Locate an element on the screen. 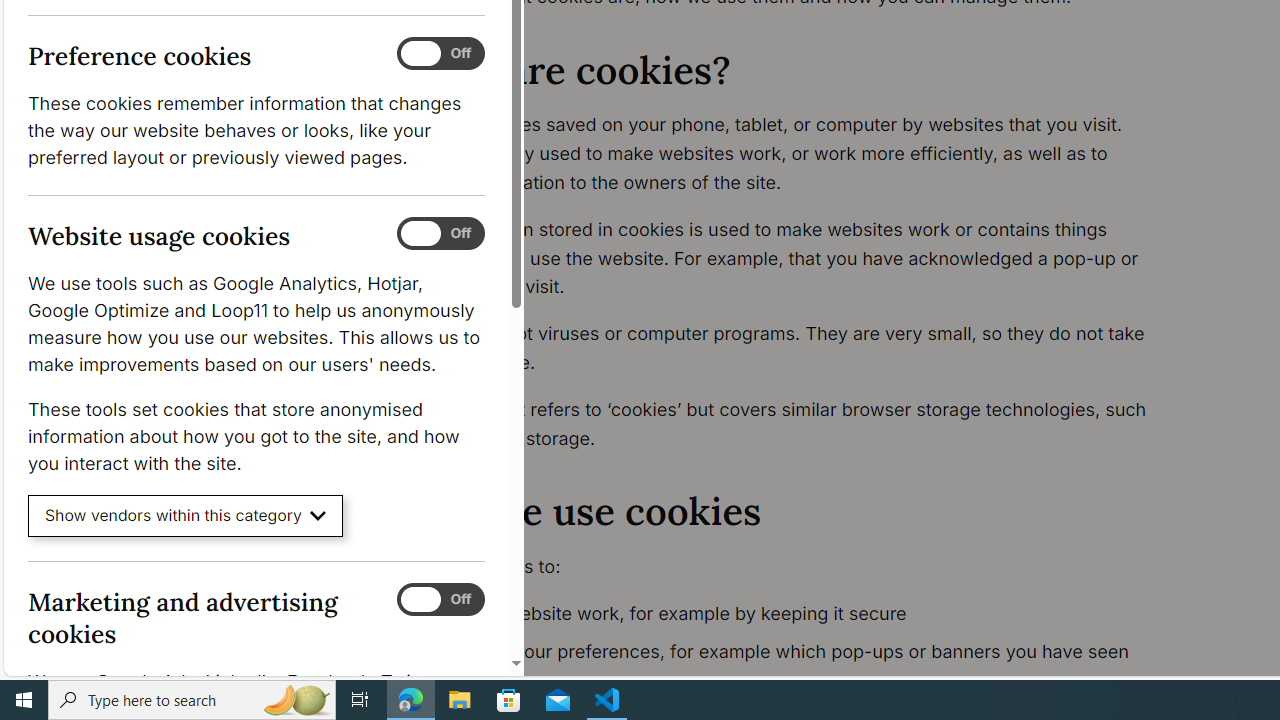 The image size is (1280, 720). 'Show vendors within this category' is located at coordinates (185, 515).